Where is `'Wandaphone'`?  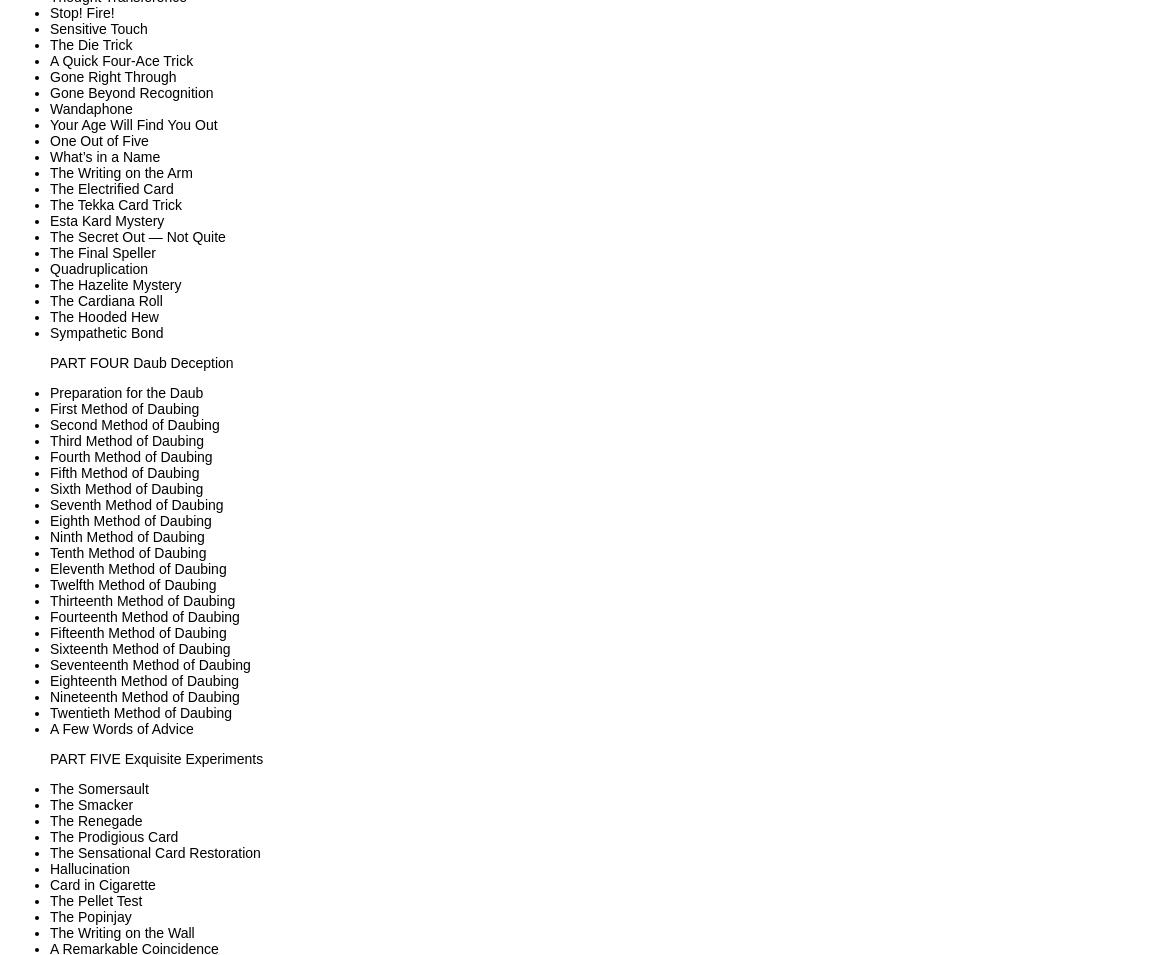
'Wandaphone' is located at coordinates (90, 107).